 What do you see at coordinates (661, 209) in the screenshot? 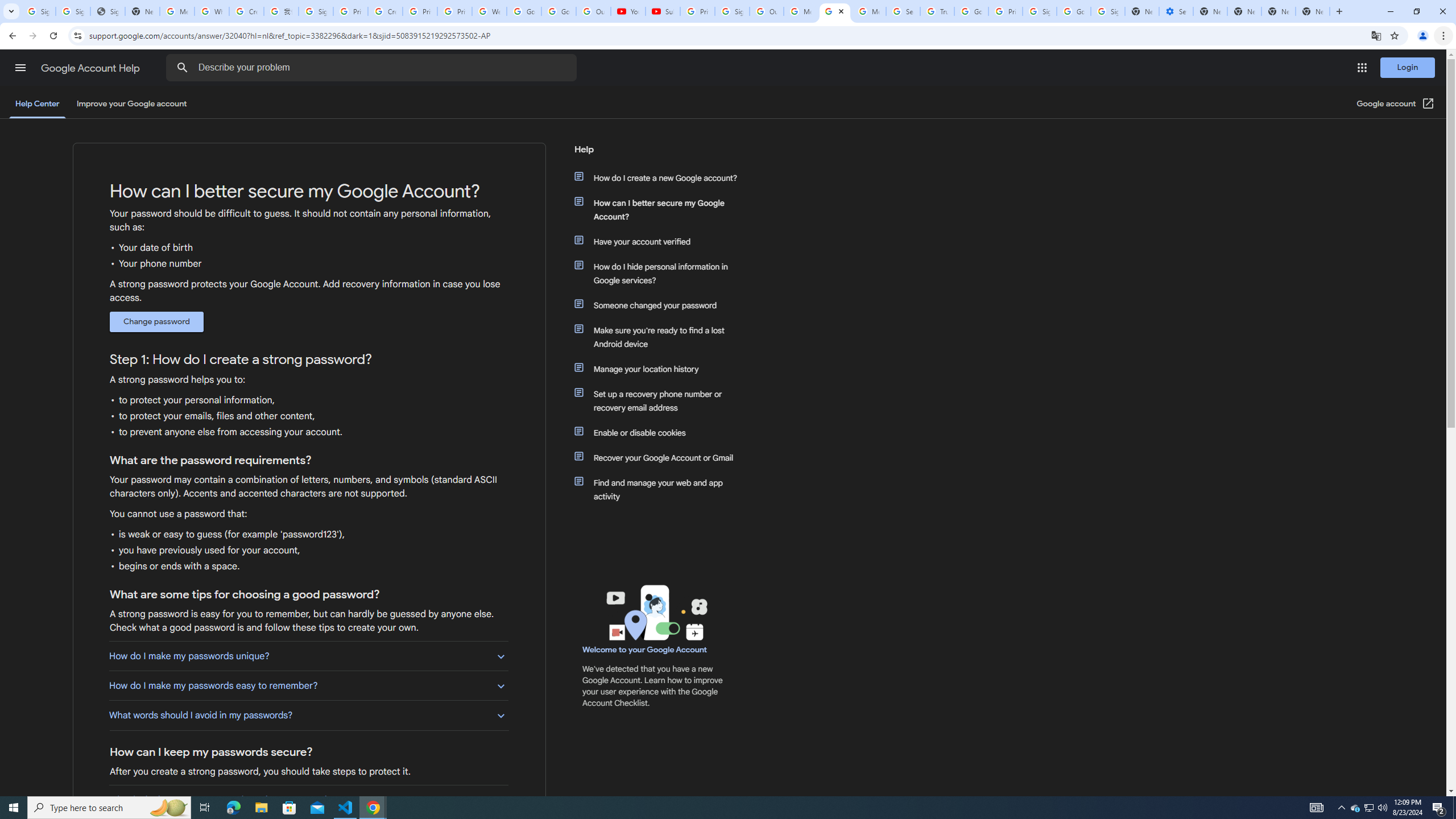
I see `'How can I better secure my Google Account?'` at bounding box center [661, 209].